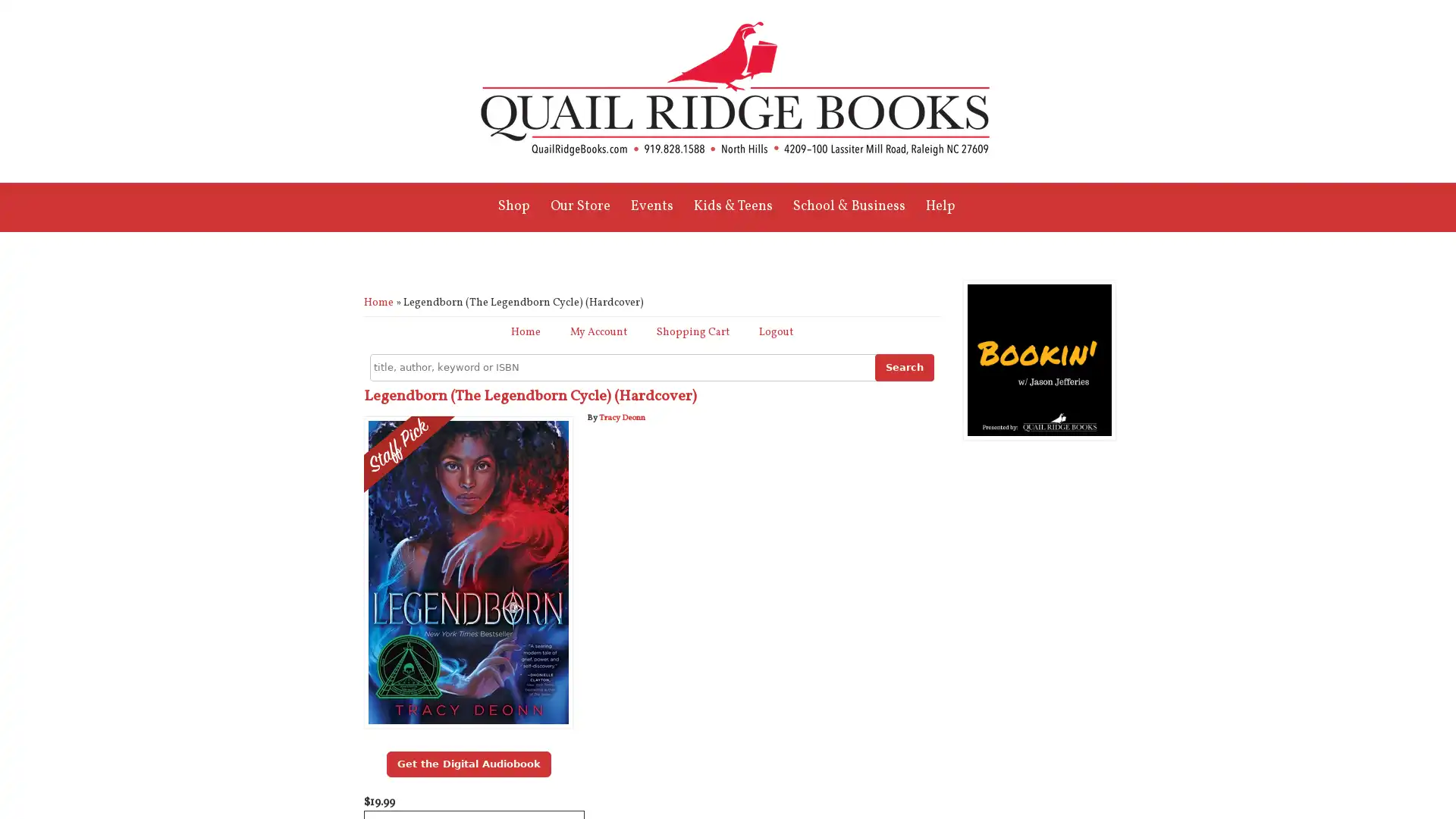  Describe the element at coordinates (905, 366) in the screenshot. I see `Search` at that location.